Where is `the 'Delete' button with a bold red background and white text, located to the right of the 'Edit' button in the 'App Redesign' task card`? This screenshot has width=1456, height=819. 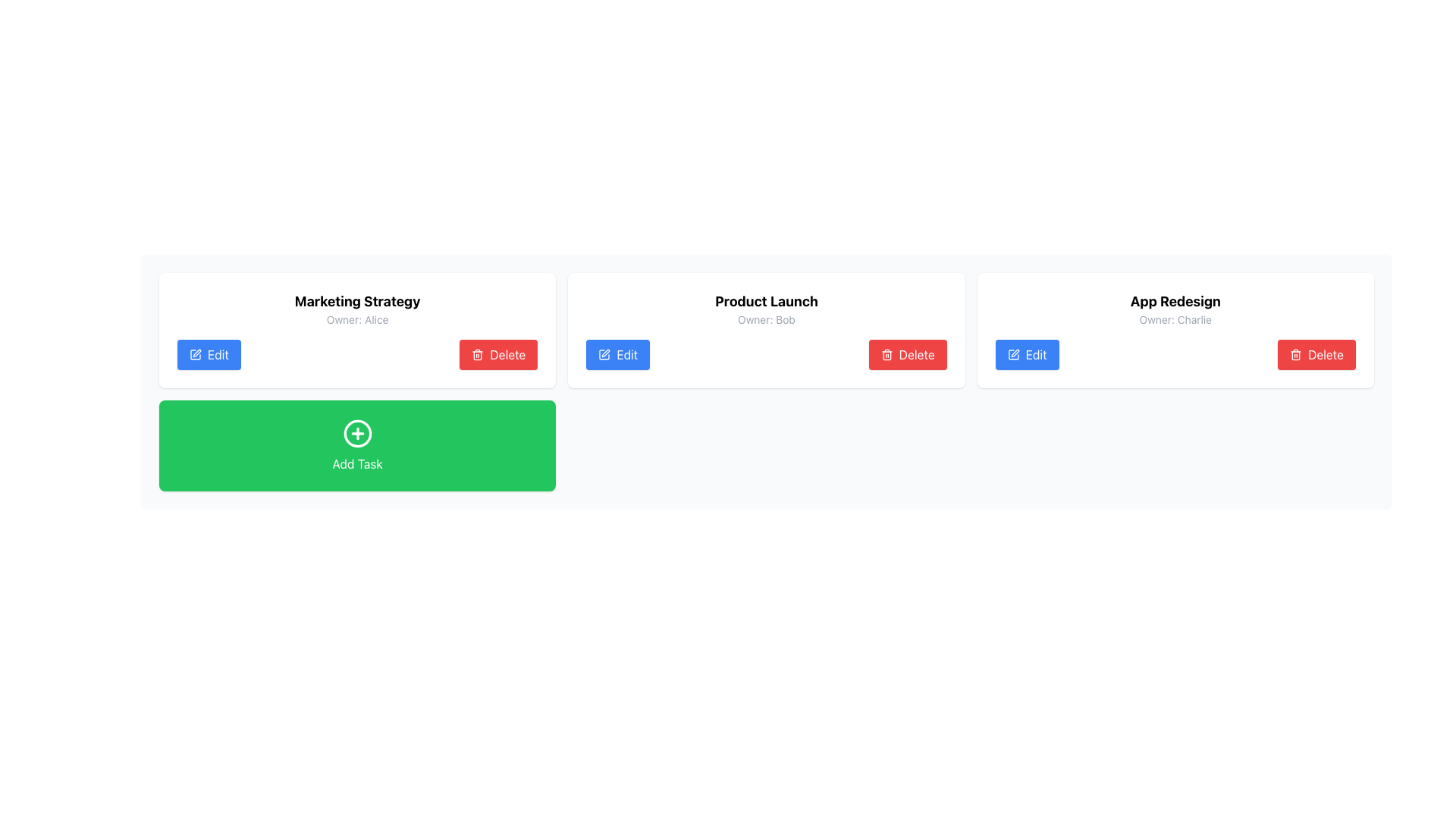
the 'Delete' button with a bold red background and white text, located to the right of the 'Edit' button in the 'App Redesign' task card is located at coordinates (1316, 354).